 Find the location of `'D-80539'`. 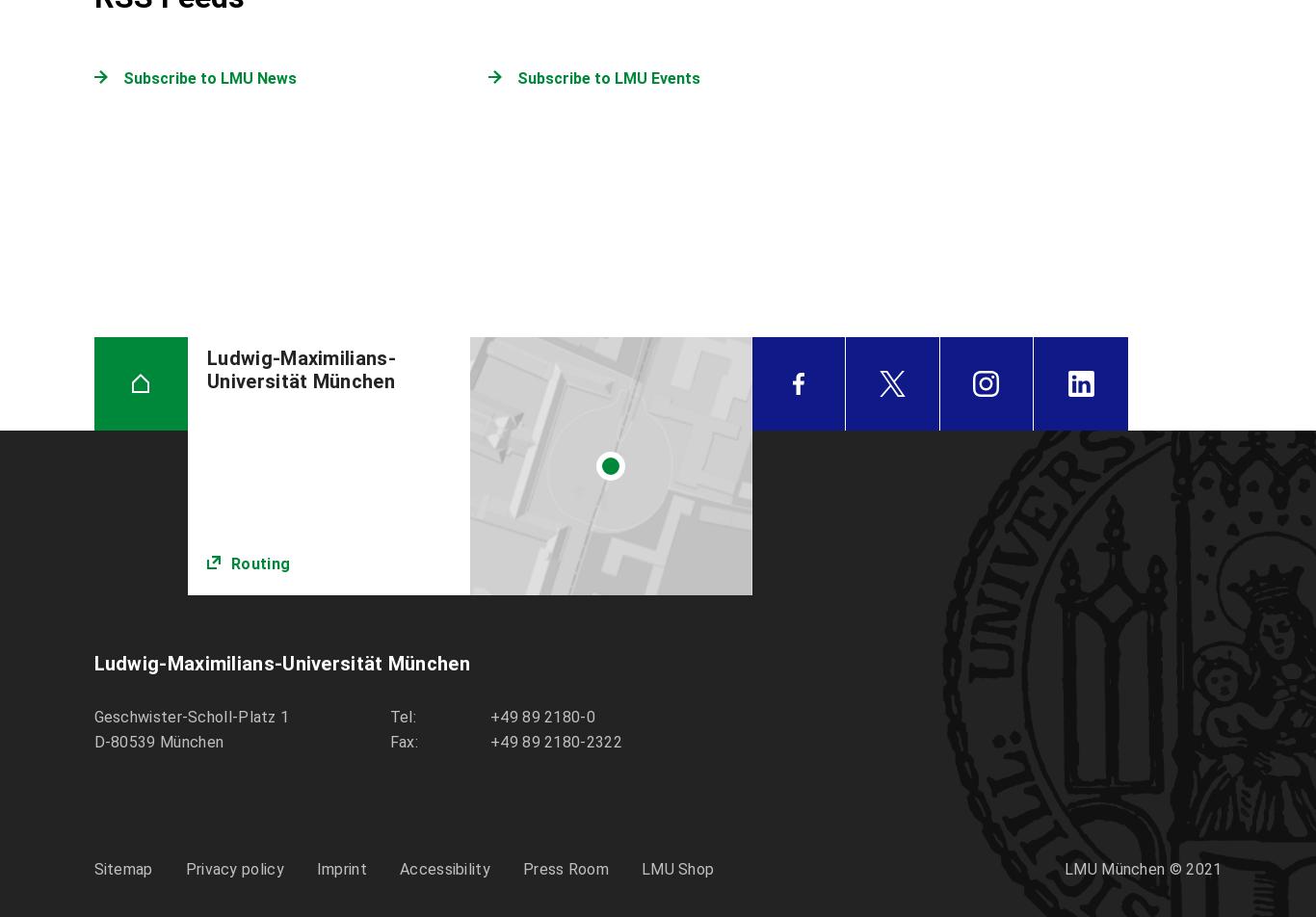

'D-80539' is located at coordinates (122, 741).